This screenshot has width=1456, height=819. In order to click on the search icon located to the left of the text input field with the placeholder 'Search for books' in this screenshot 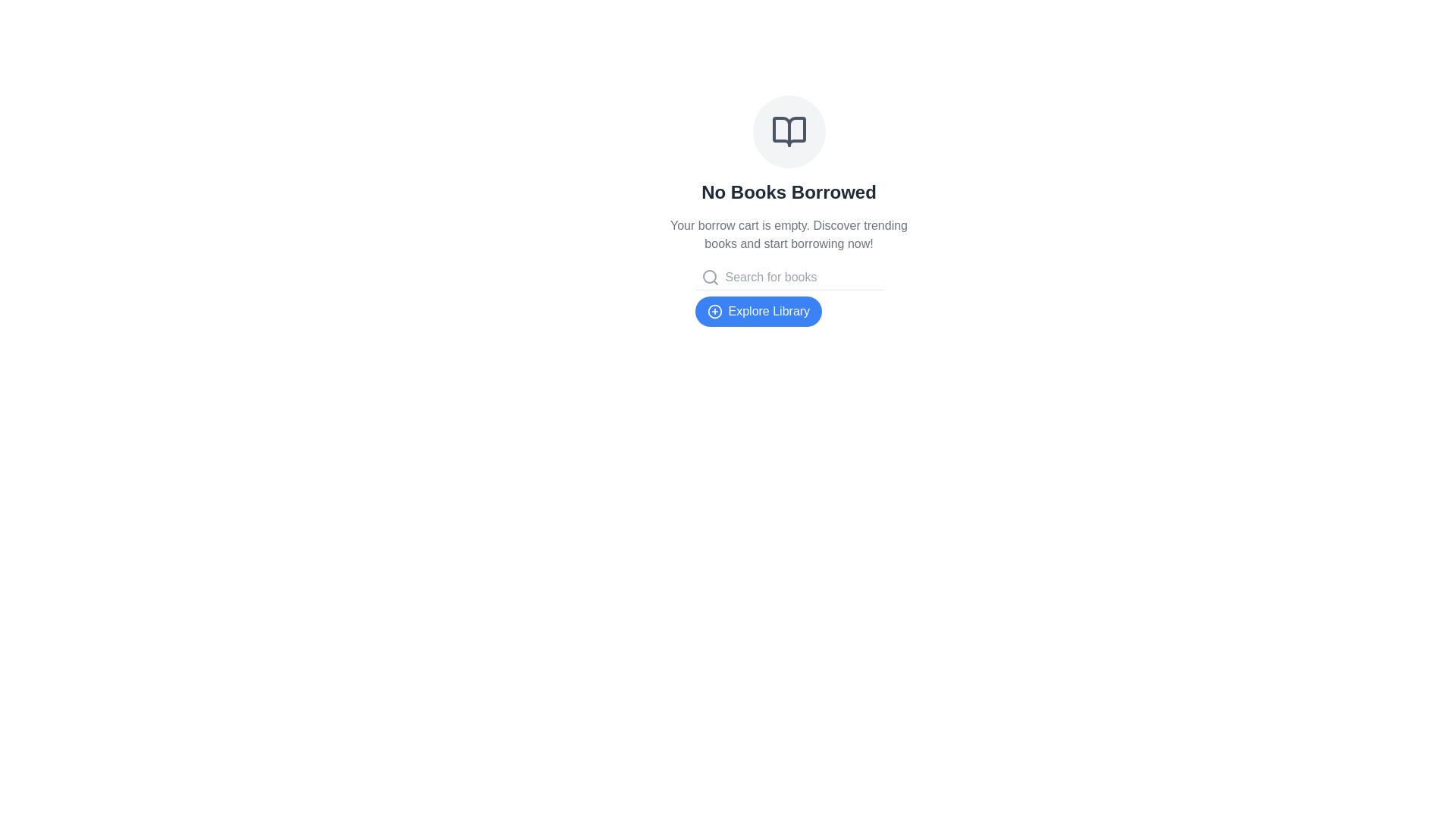, I will do `click(709, 278)`.